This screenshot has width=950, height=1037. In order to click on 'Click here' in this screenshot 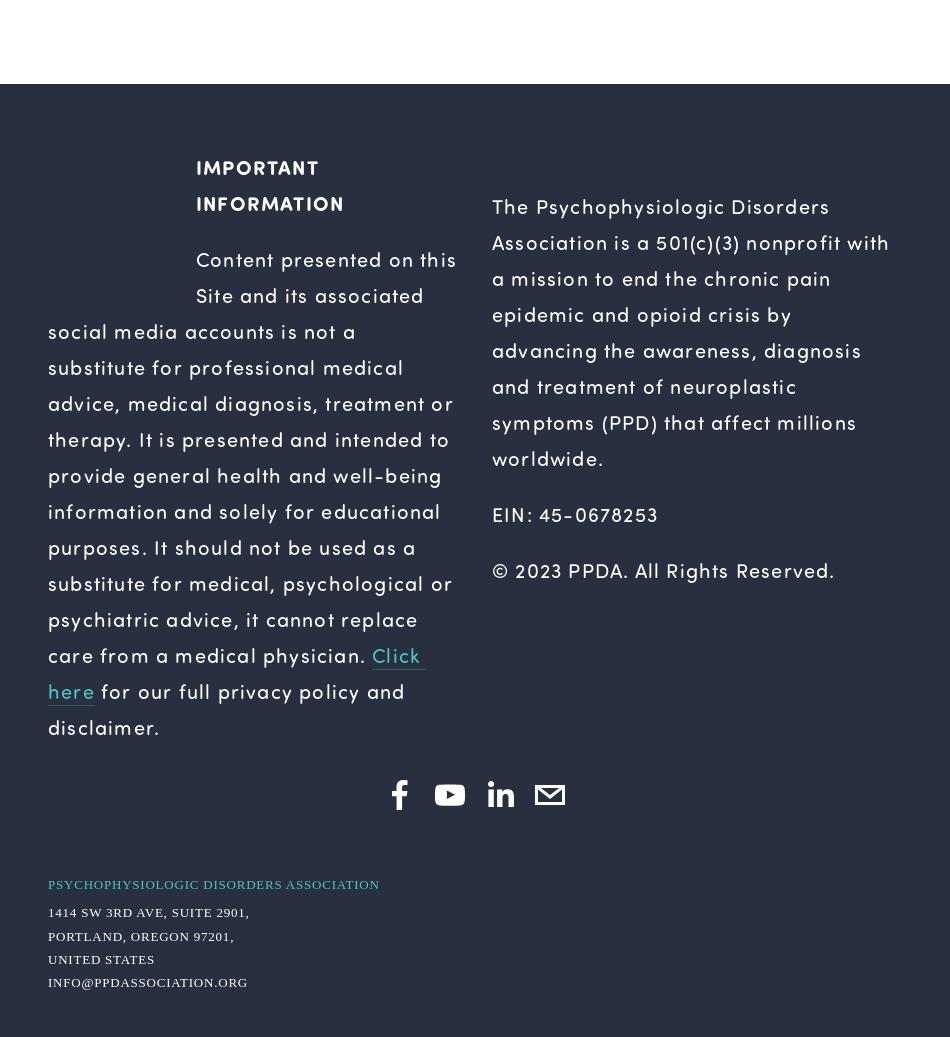, I will do `click(237, 672)`.